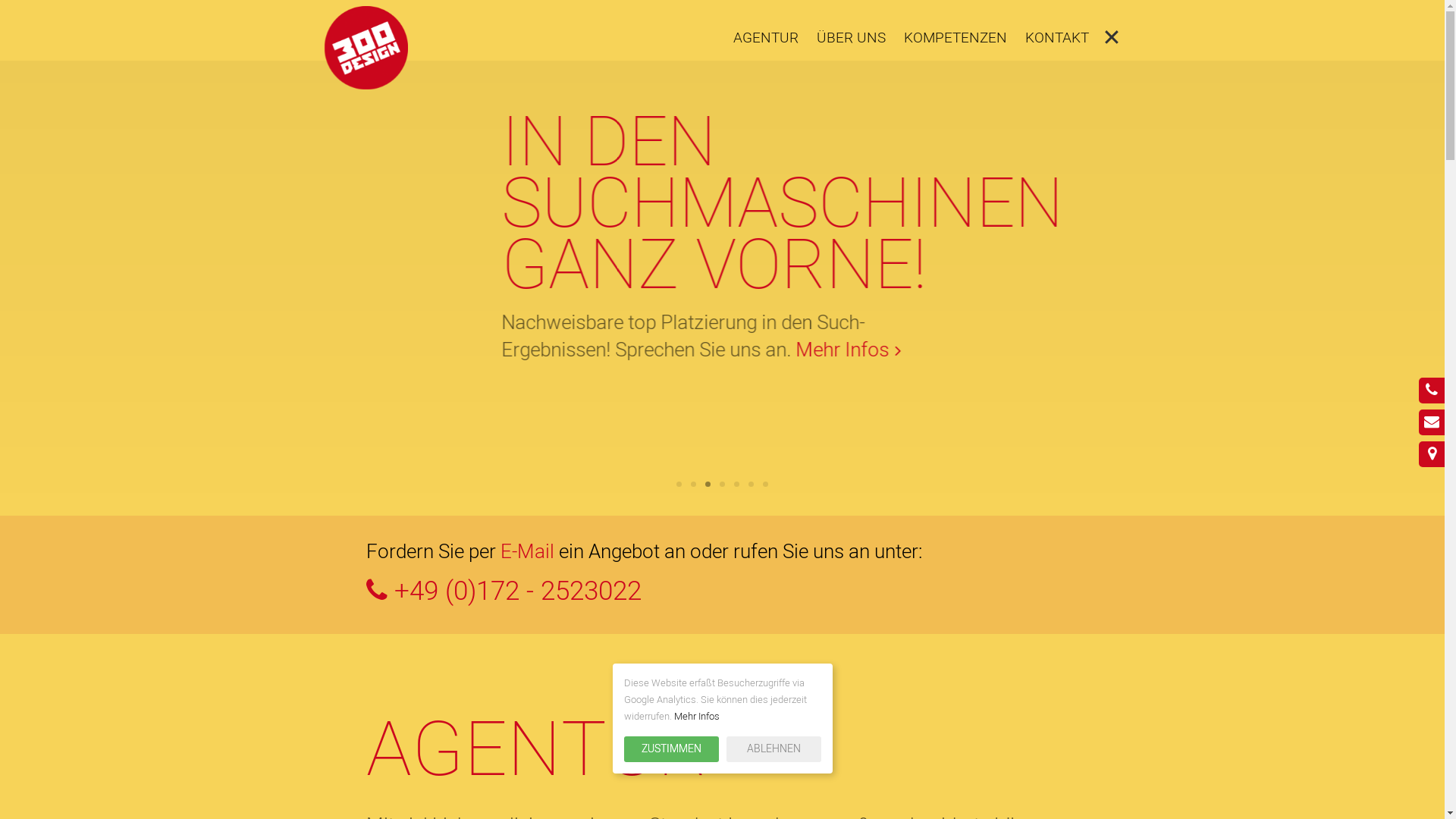 The width and height of the screenshot is (1456, 819). What do you see at coordinates (719, 484) in the screenshot?
I see `'4'` at bounding box center [719, 484].